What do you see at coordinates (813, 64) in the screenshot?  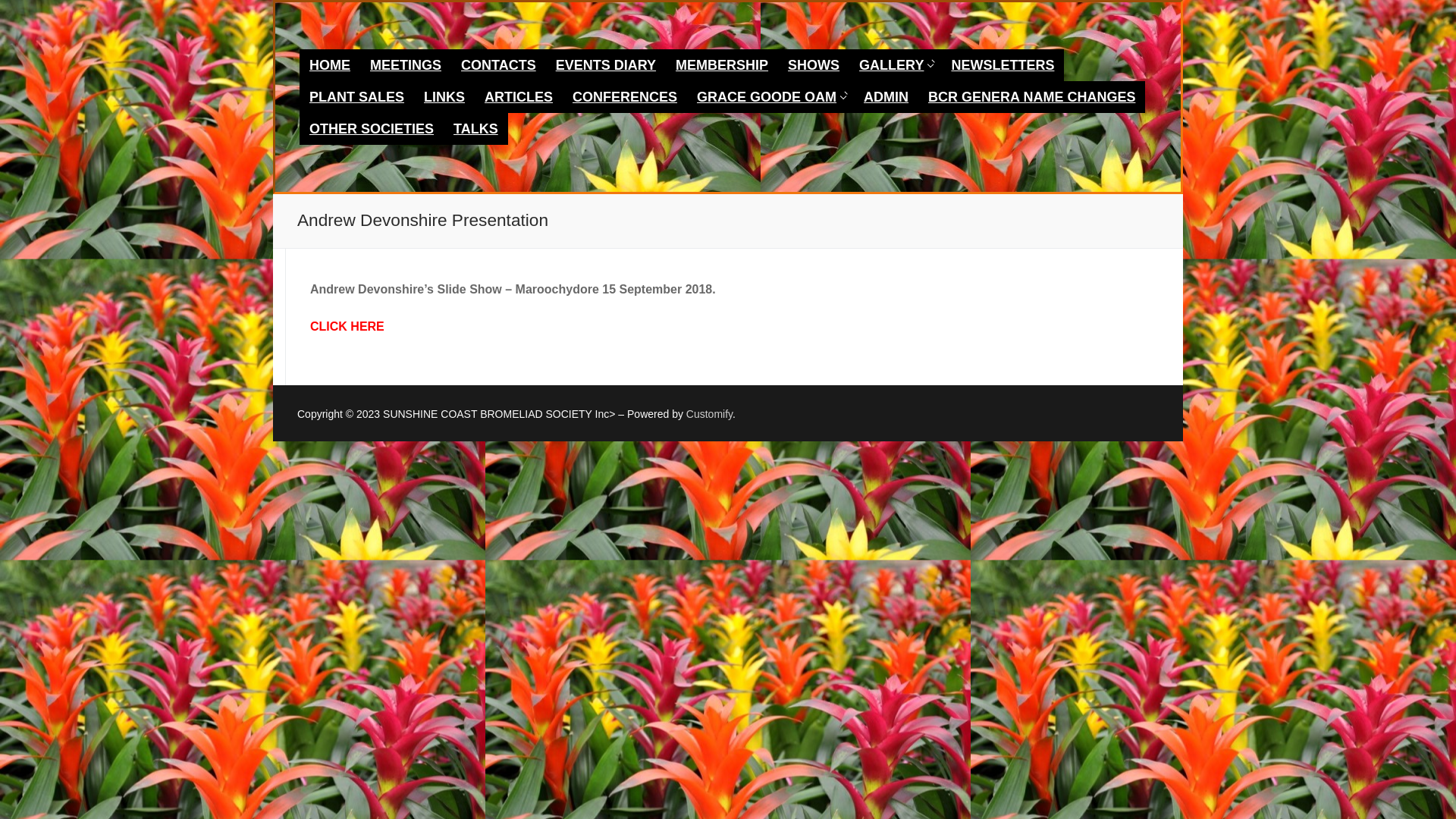 I see `'SHOWS'` at bounding box center [813, 64].